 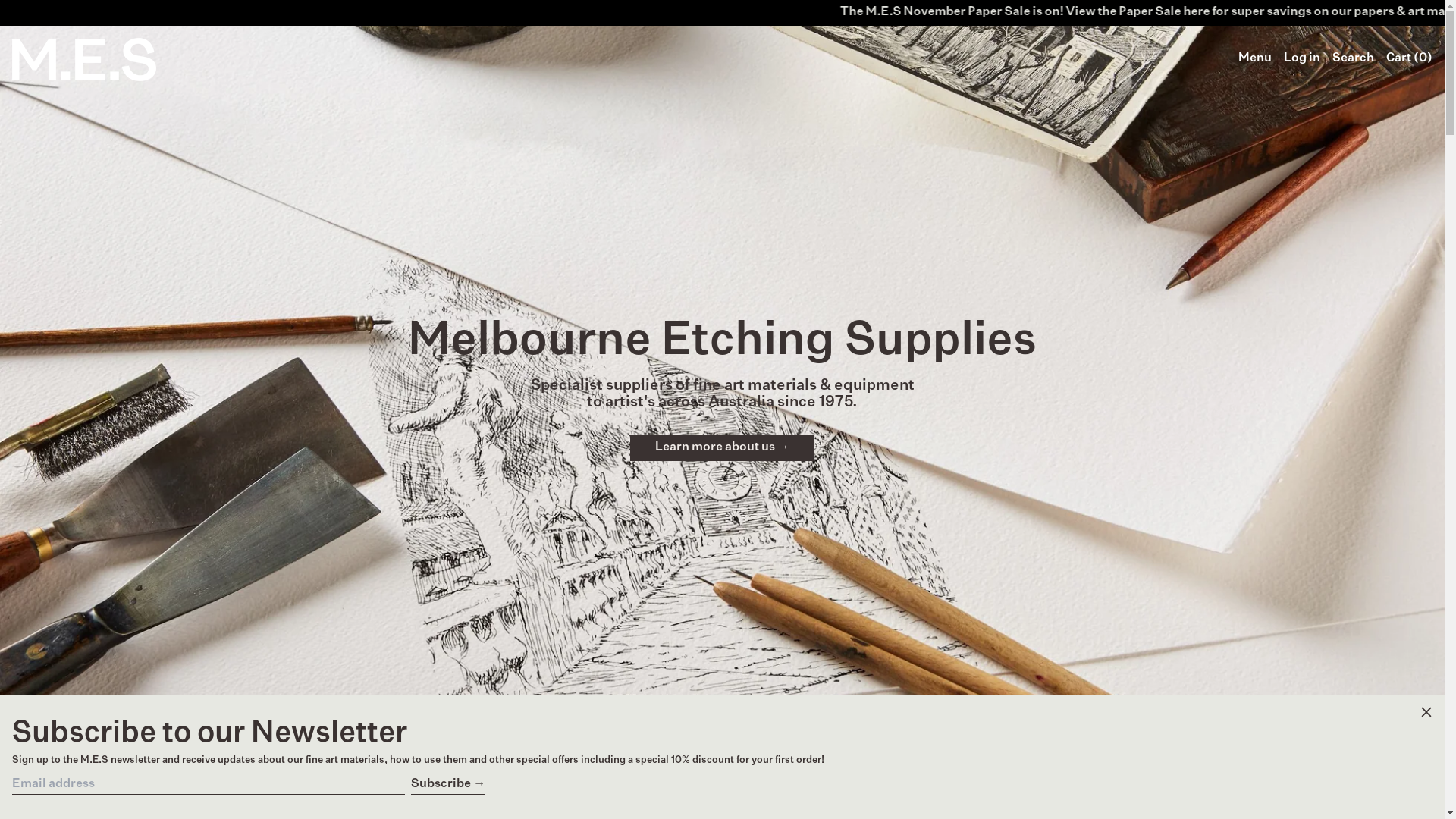 I want to click on 'Search', so click(x=1353, y=58).